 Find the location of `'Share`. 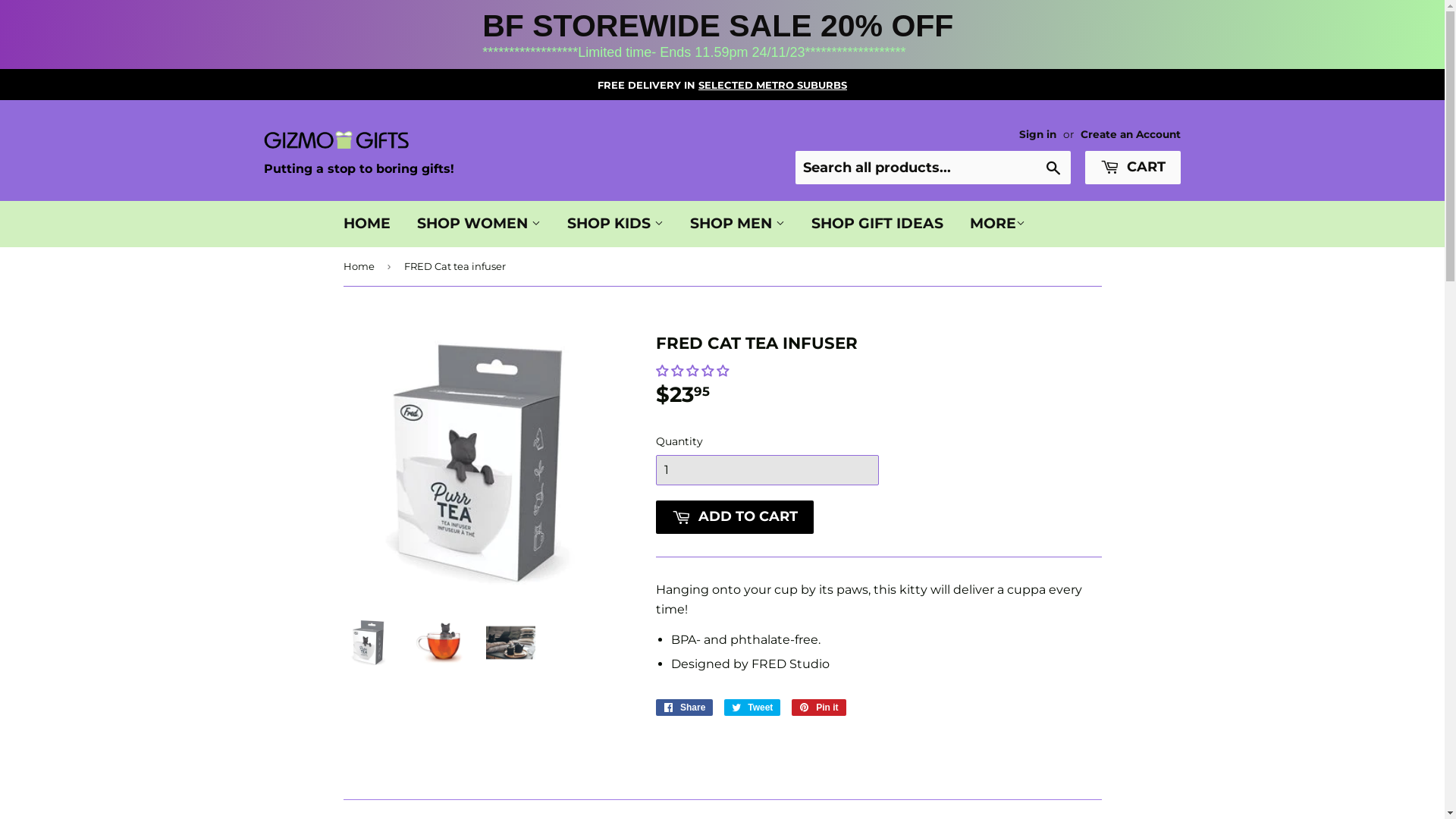

'Share is located at coordinates (655, 708).